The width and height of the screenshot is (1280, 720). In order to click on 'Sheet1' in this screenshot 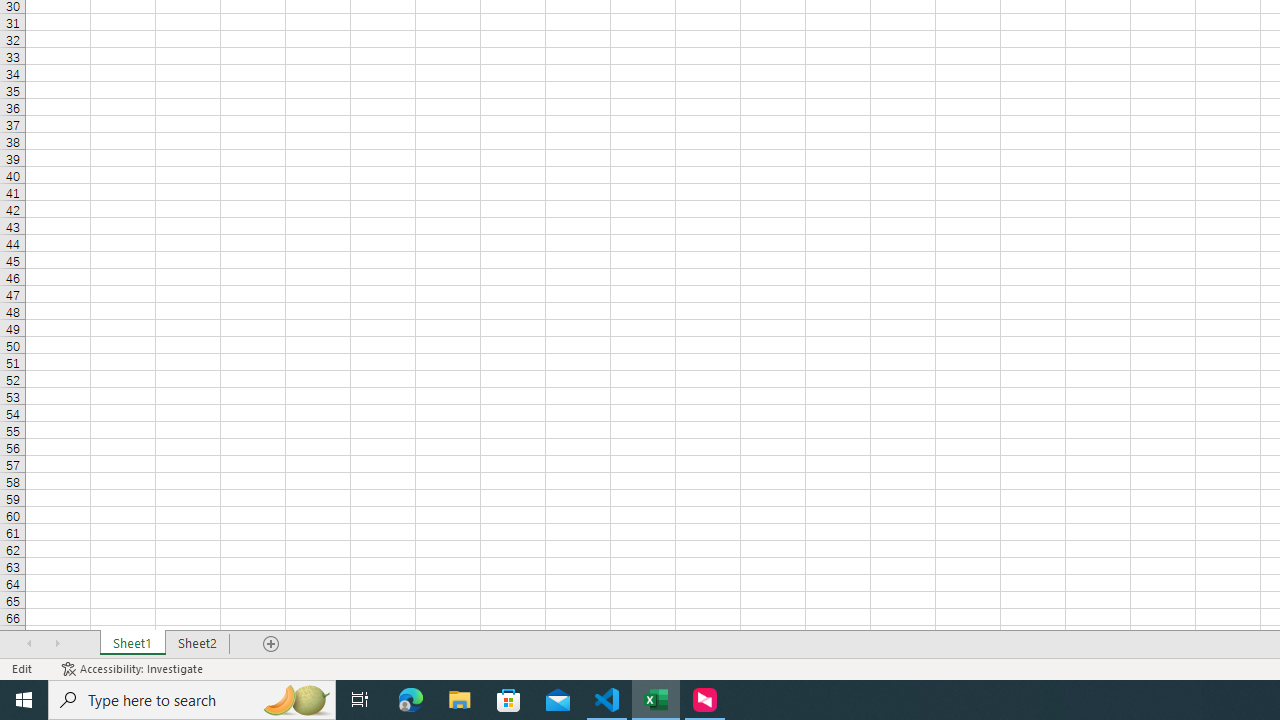, I will do `click(131, 644)`.